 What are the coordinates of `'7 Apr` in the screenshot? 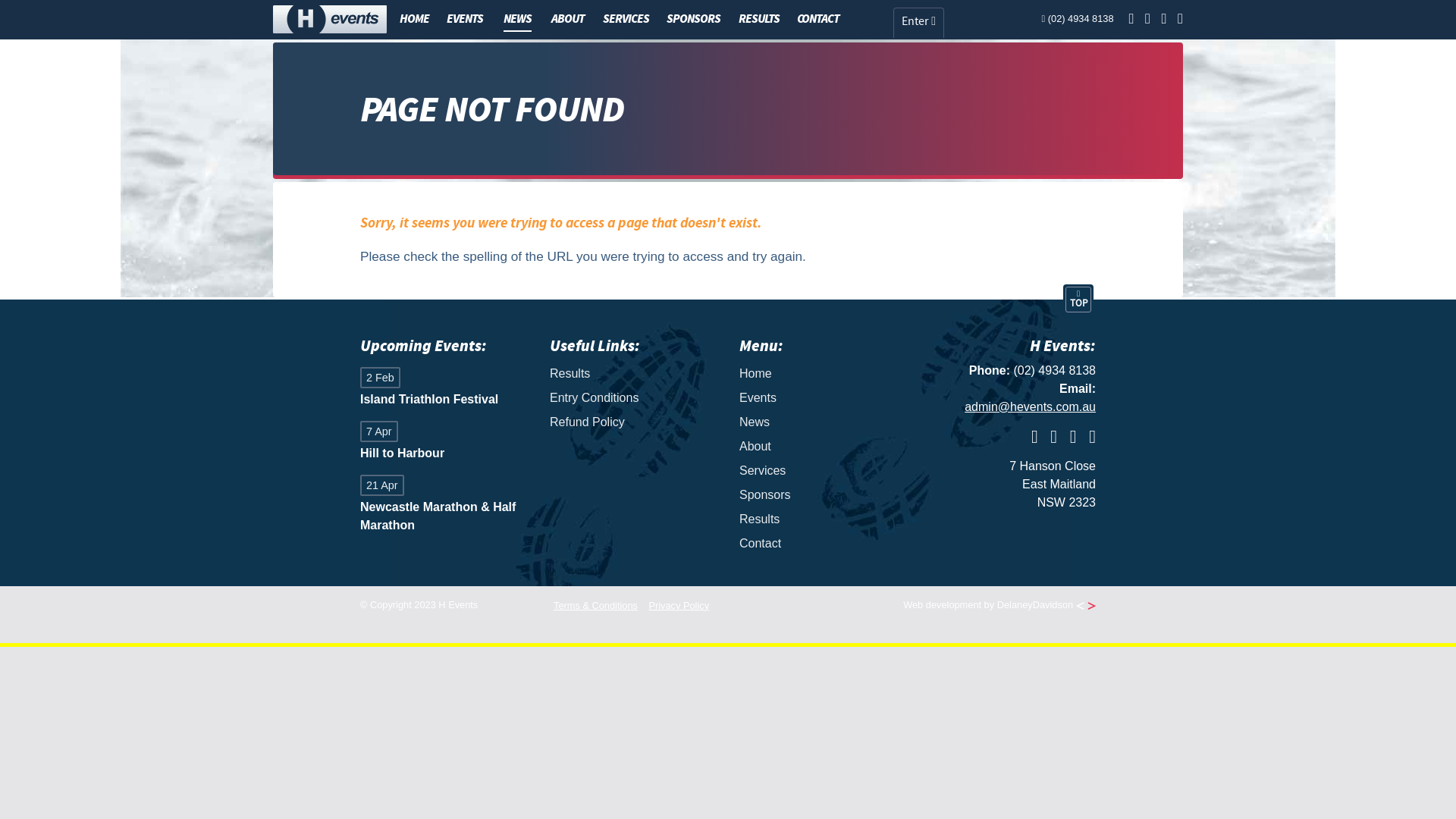 It's located at (359, 442).